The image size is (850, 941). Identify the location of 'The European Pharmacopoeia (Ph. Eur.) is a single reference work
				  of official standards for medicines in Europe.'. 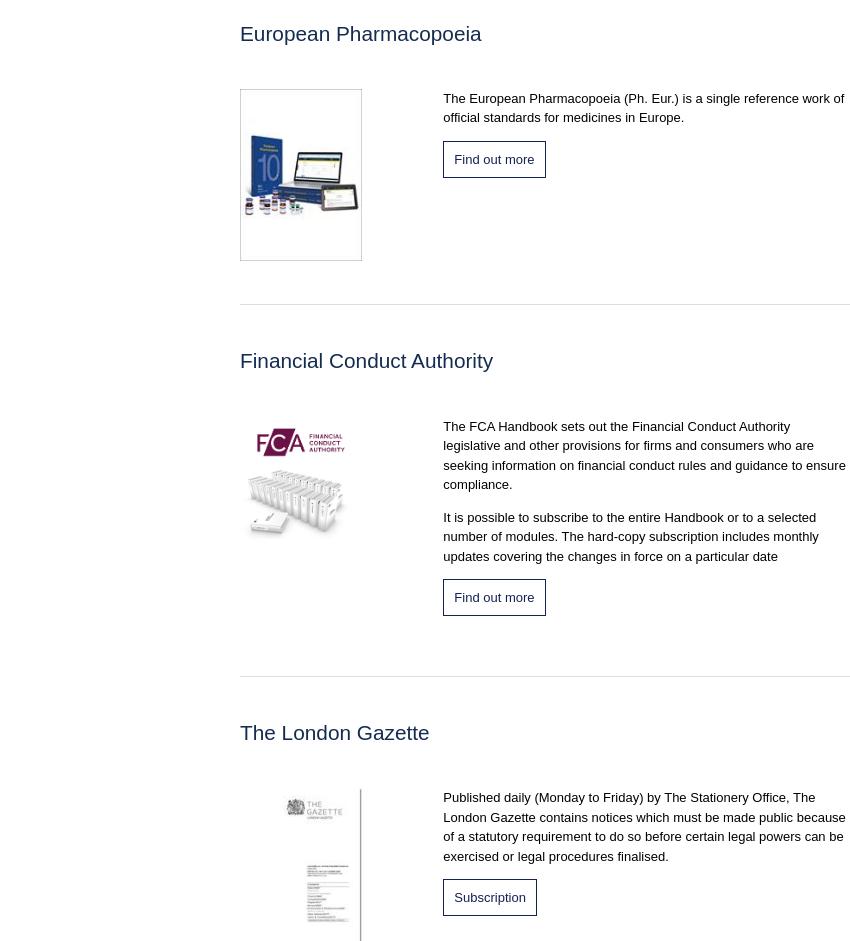
(643, 107).